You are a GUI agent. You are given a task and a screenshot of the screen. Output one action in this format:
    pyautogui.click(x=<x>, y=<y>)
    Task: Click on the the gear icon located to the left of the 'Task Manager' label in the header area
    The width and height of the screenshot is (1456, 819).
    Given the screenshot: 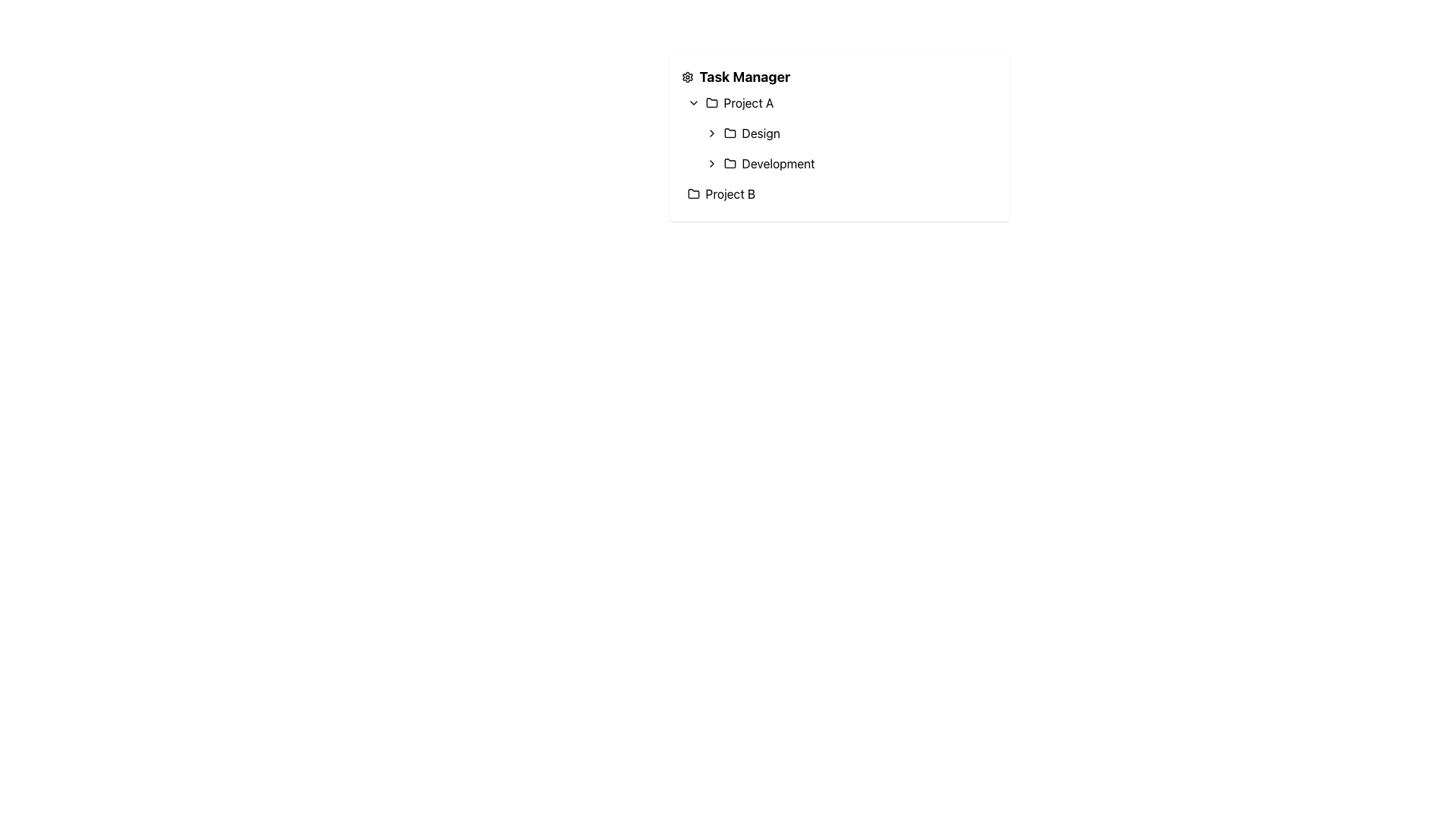 What is the action you would take?
    pyautogui.click(x=686, y=77)
    